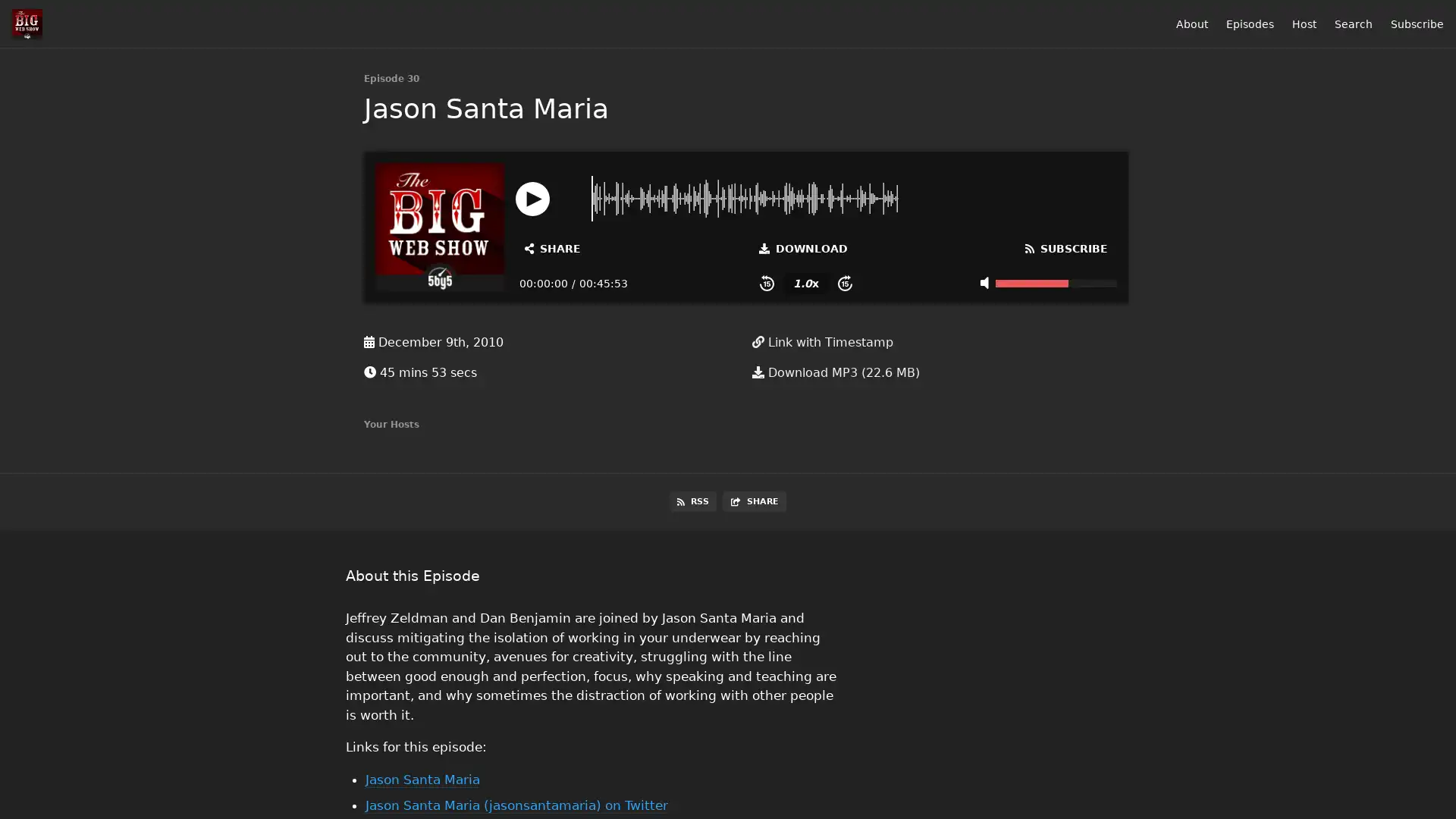 The width and height of the screenshot is (1456, 819). Describe the element at coordinates (767, 283) in the screenshot. I see `Skip Back 15 Seconds` at that location.